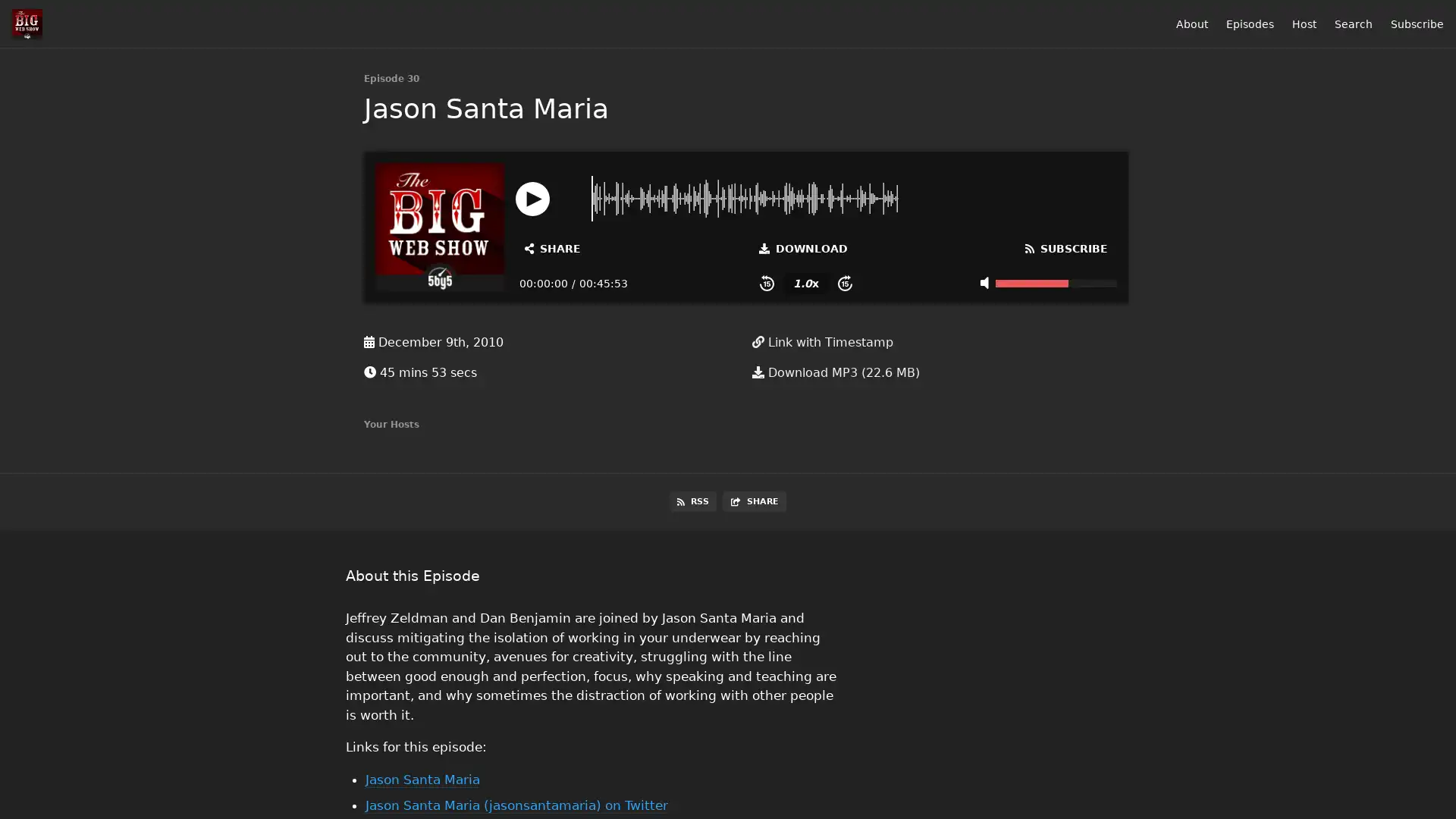 The width and height of the screenshot is (1456, 819). Describe the element at coordinates (767, 283) in the screenshot. I see `Skip Back 15 Seconds` at that location.